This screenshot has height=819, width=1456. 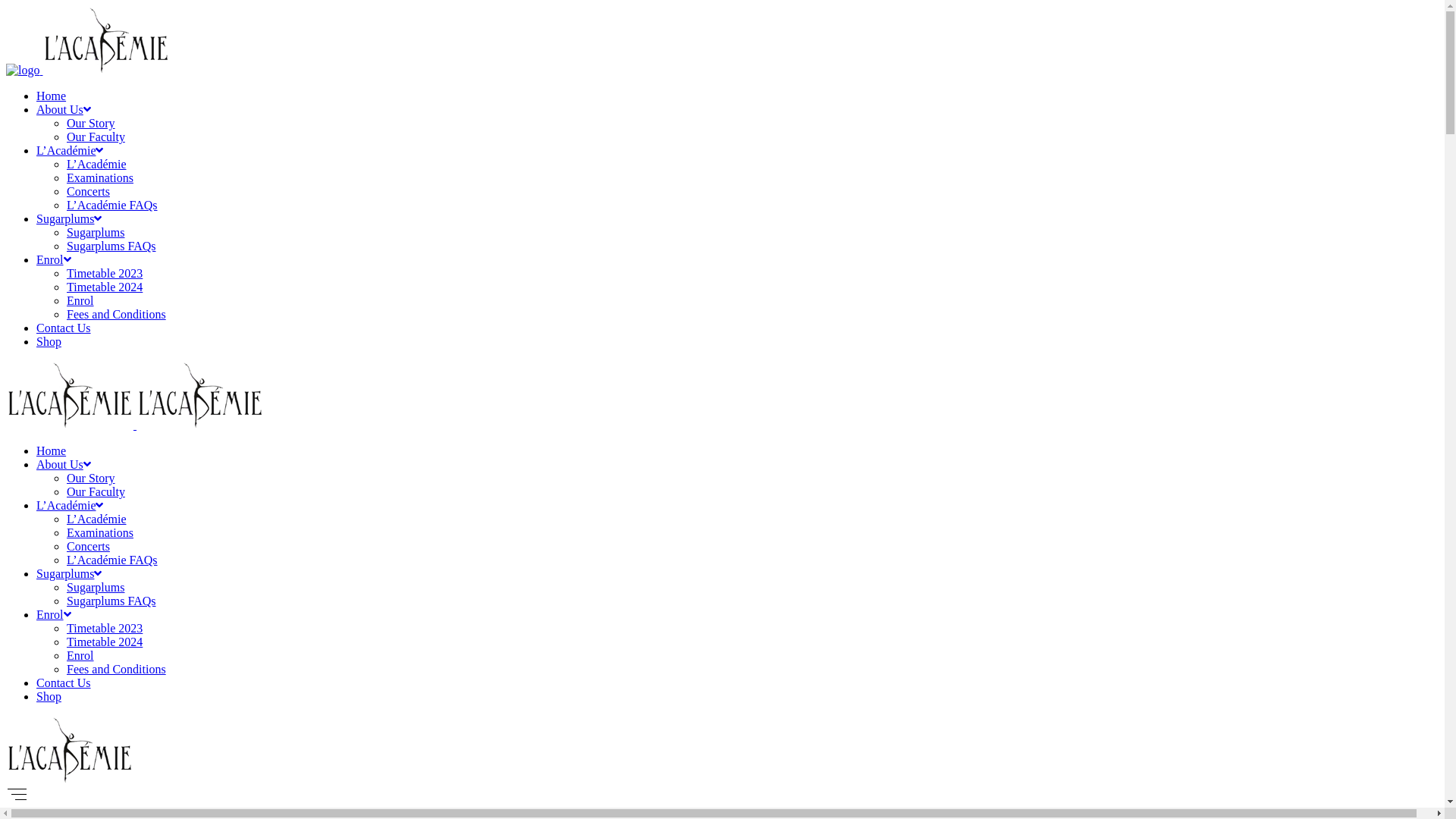 What do you see at coordinates (54, 259) in the screenshot?
I see `'Enrol'` at bounding box center [54, 259].